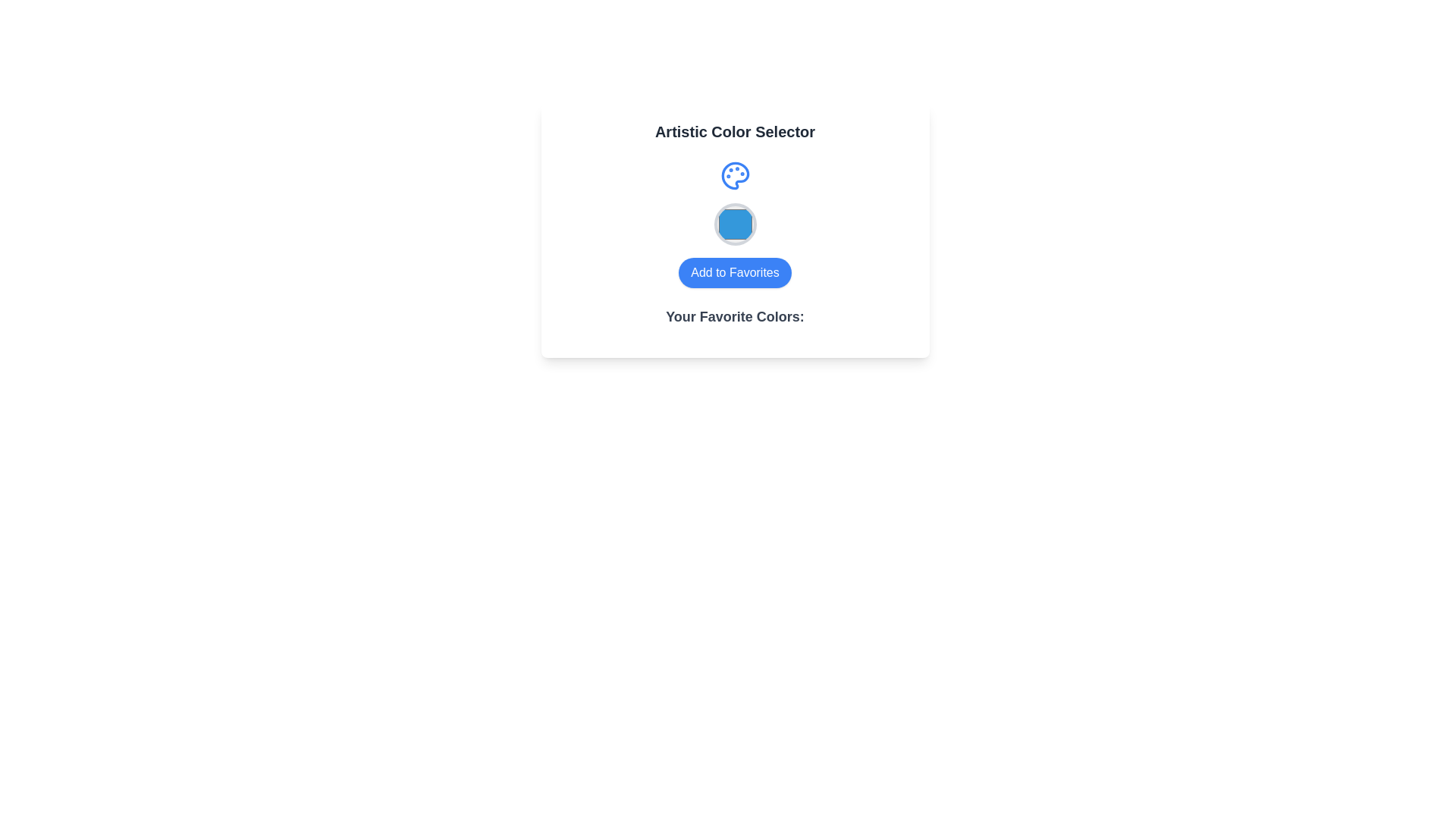 The width and height of the screenshot is (1456, 819). What do you see at coordinates (735, 224) in the screenshot?
I see `the Color selection button, which is a circular blue button with a gray border, located in a vertically arranged group of components` at bounding box center [735, 224].